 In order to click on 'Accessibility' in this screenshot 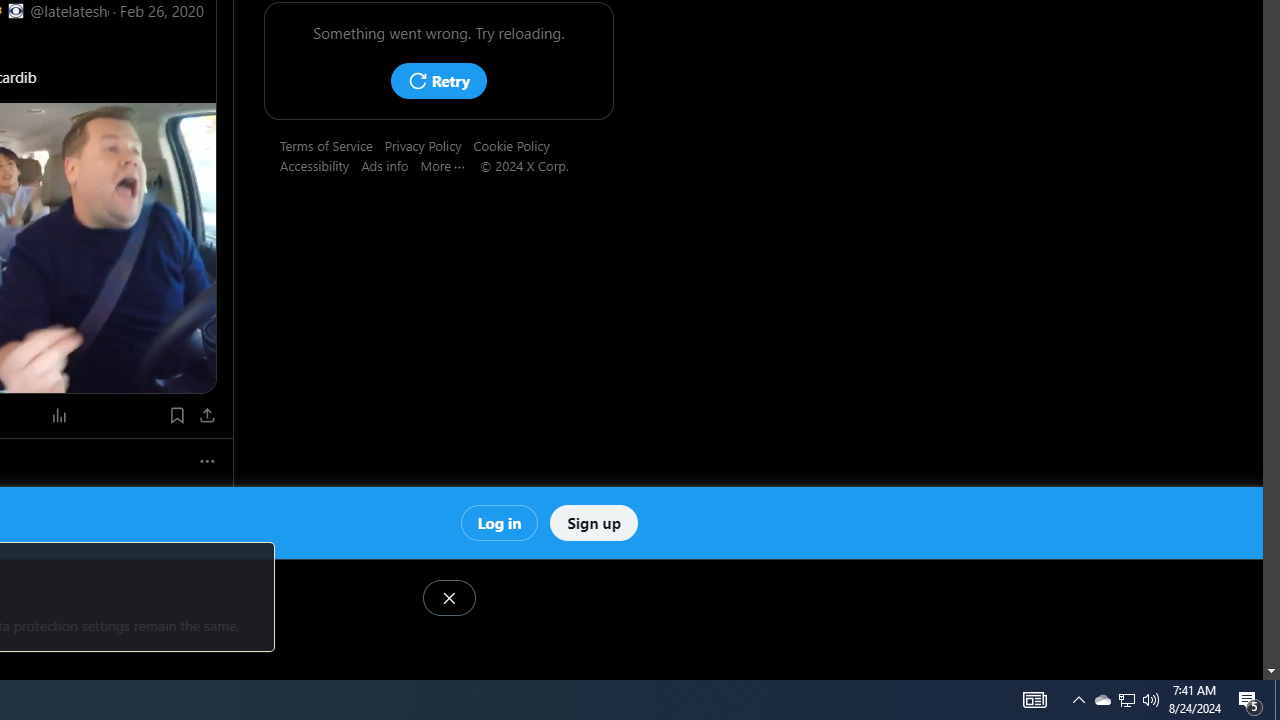, I will do `click(321, 164)`.